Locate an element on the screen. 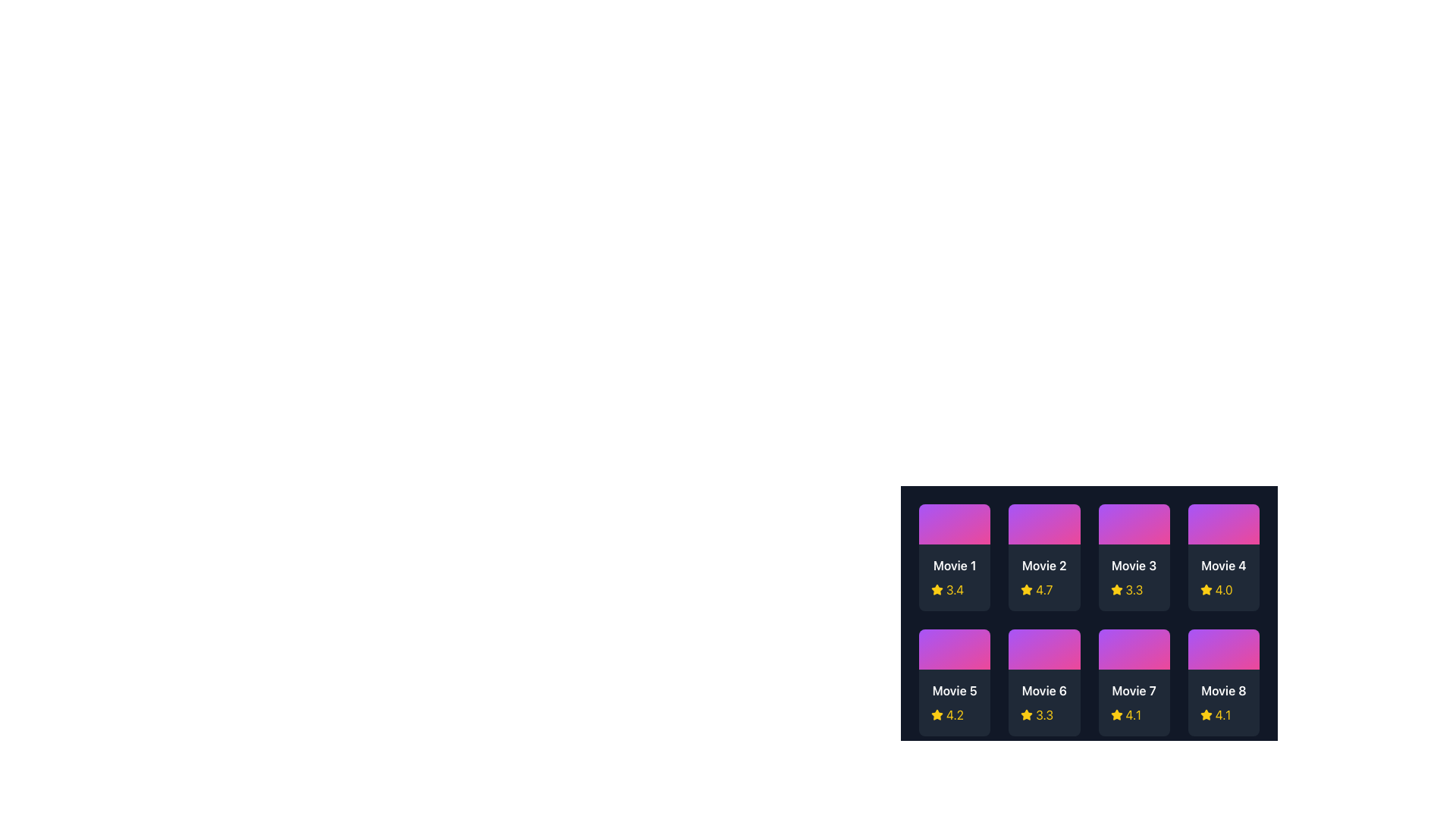 Image resolution: width=1456 pixels, height=819 pixels. the thumbnail placeholder for 'Movie 5' is located at coordinates (954, 648).